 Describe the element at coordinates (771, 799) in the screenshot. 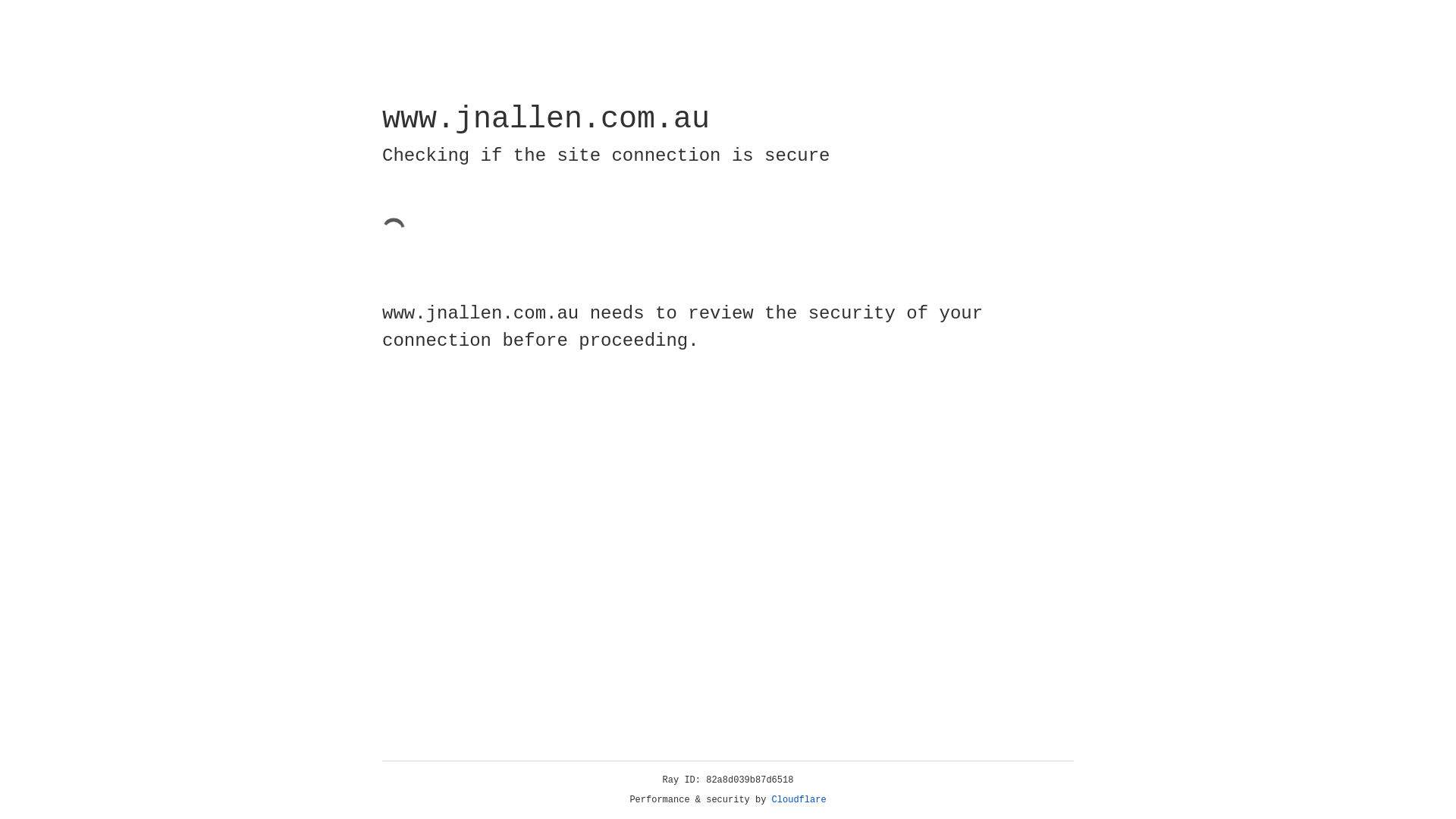

I see `'Cloudflare'` at that location.